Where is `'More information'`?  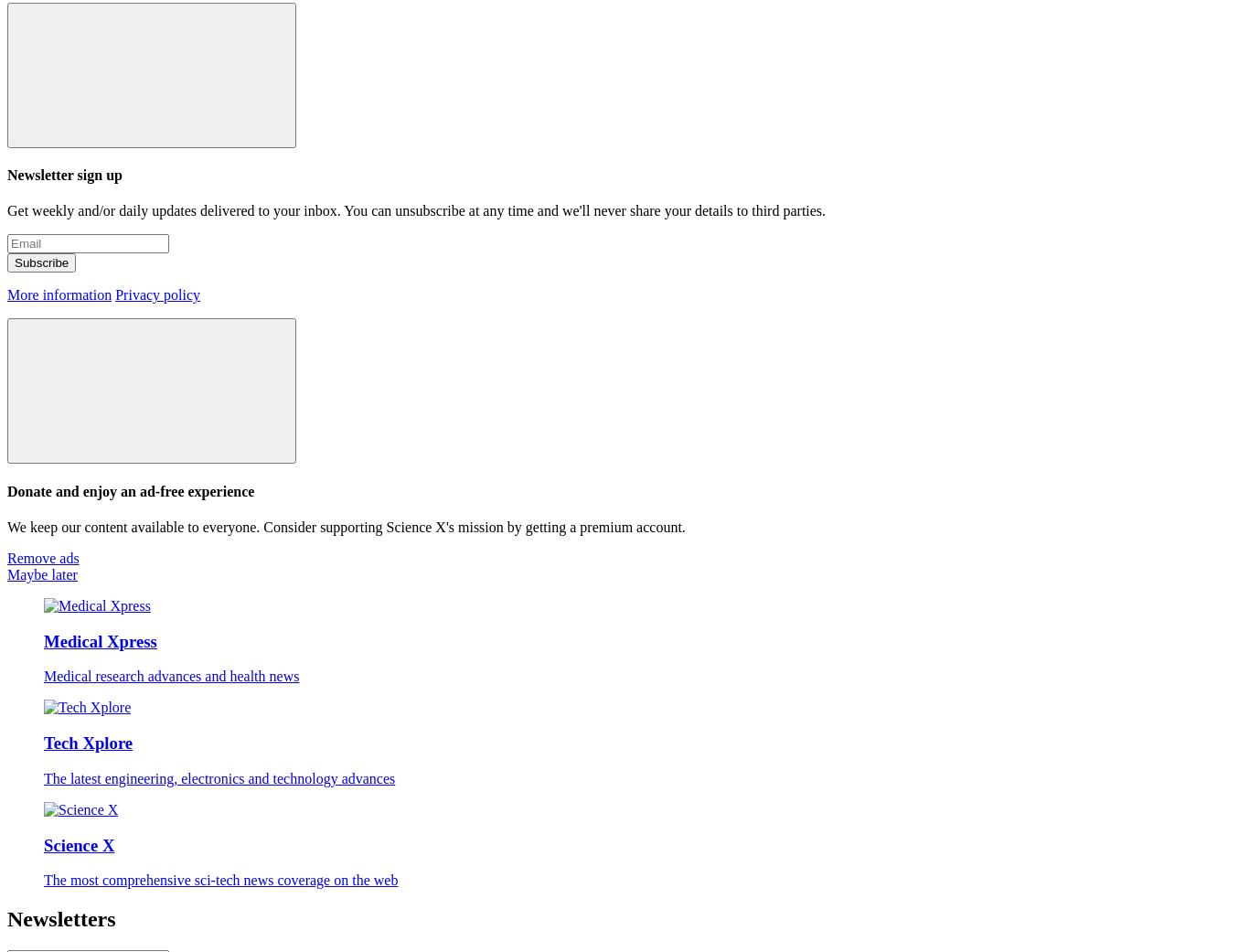
'More information' is located at coordinates (59, 294).